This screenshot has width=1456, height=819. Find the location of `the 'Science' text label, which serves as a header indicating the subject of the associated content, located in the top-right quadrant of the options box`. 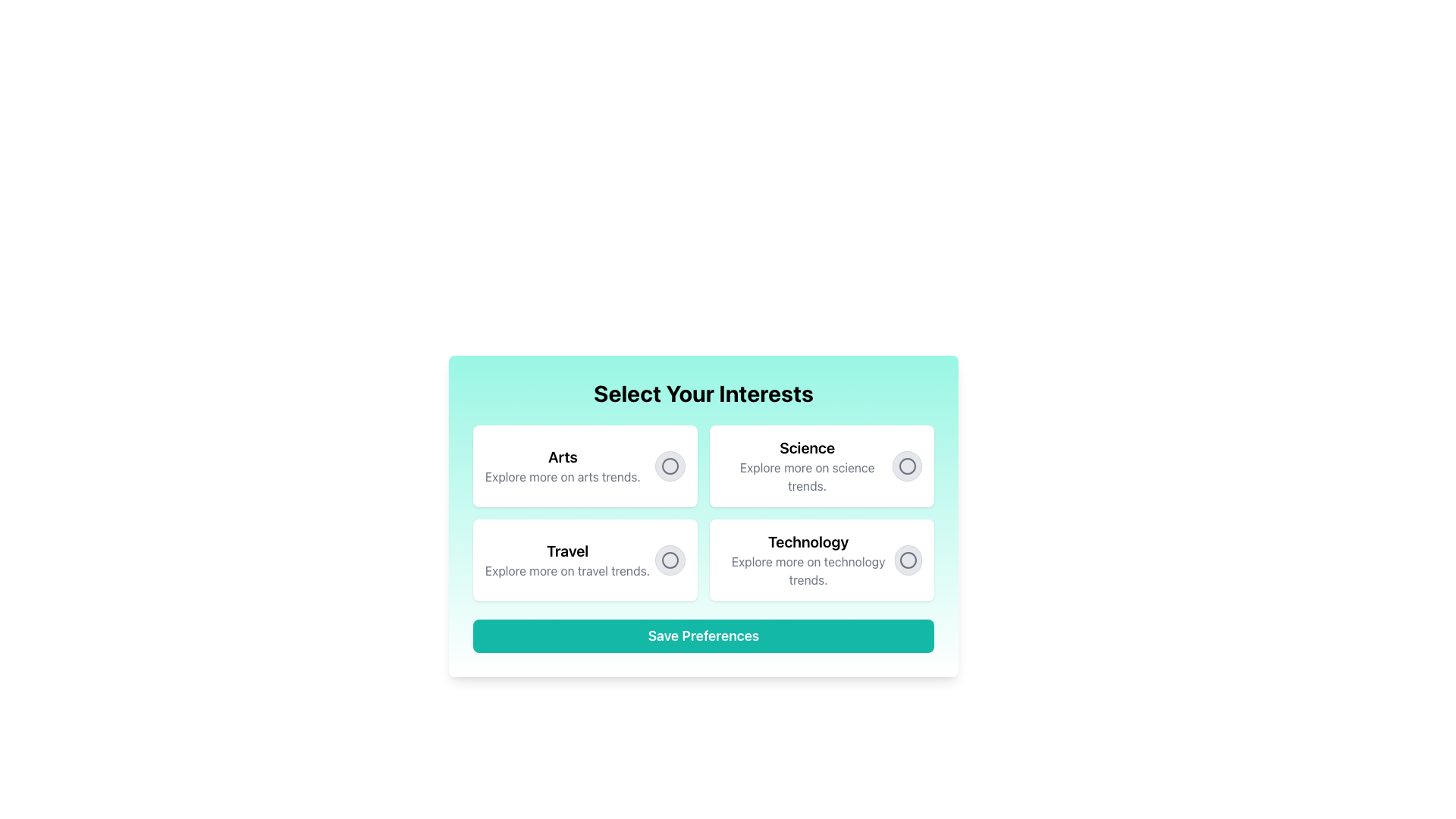

the 'Science' text label, which serves as a header indicating the subject of the associated content, located in the top-right quadrant of the options box is located at coordinates (806, 447).